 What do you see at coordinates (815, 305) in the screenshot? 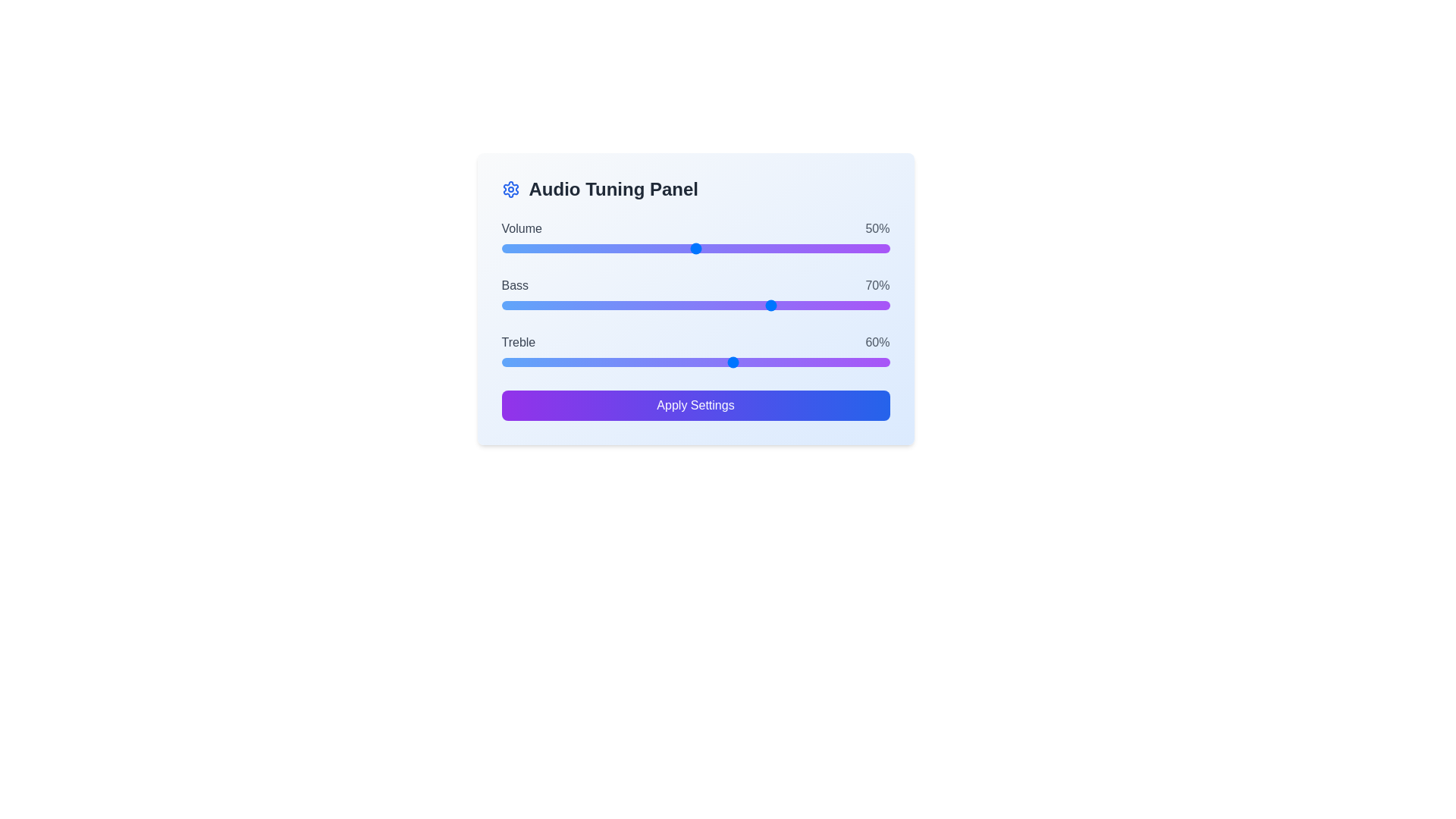
I see `bass level` at bounding box center [815, 305].